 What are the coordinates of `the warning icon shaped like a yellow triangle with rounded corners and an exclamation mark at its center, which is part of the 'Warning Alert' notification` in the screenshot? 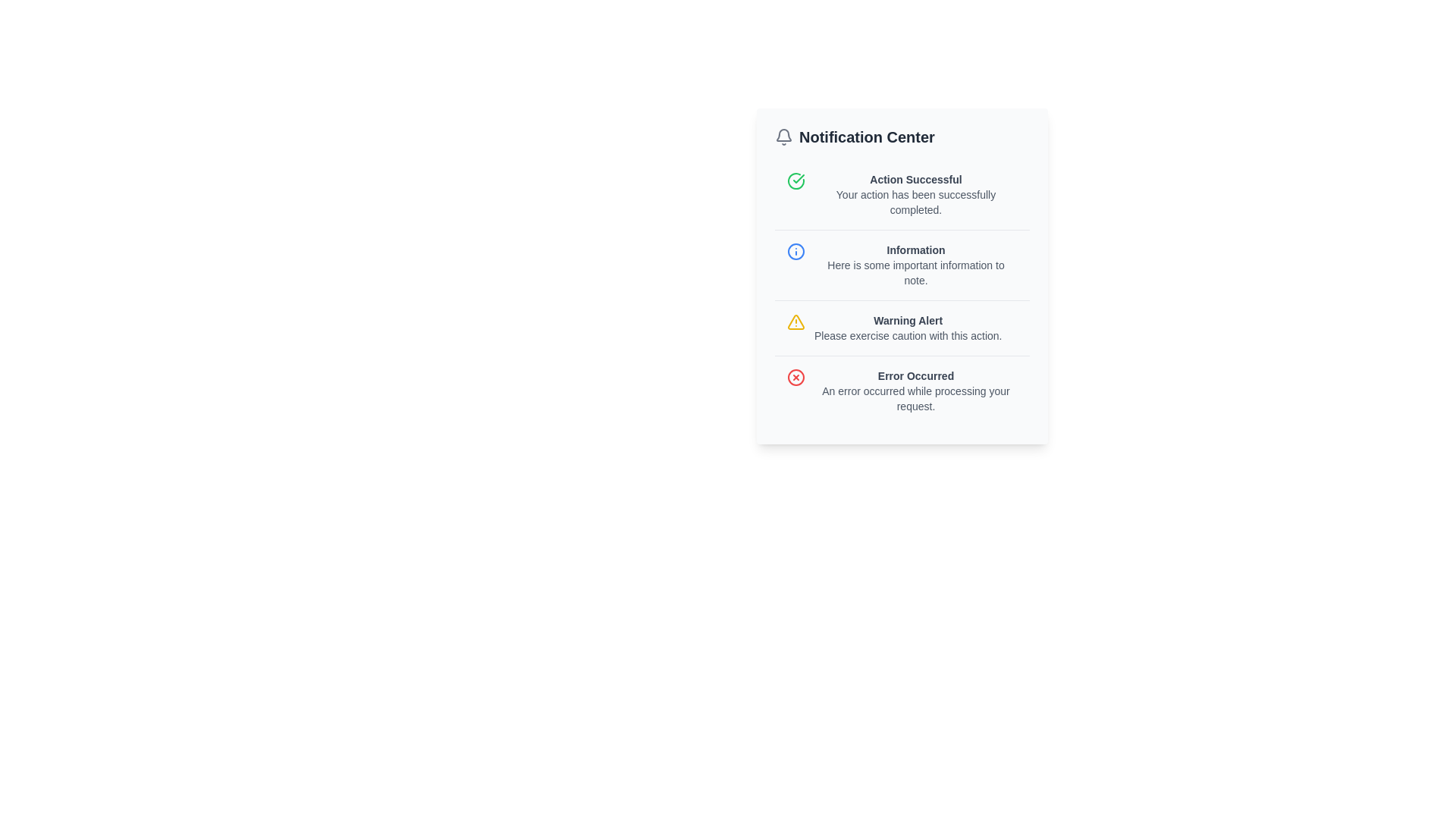 It's located at (795, 321).